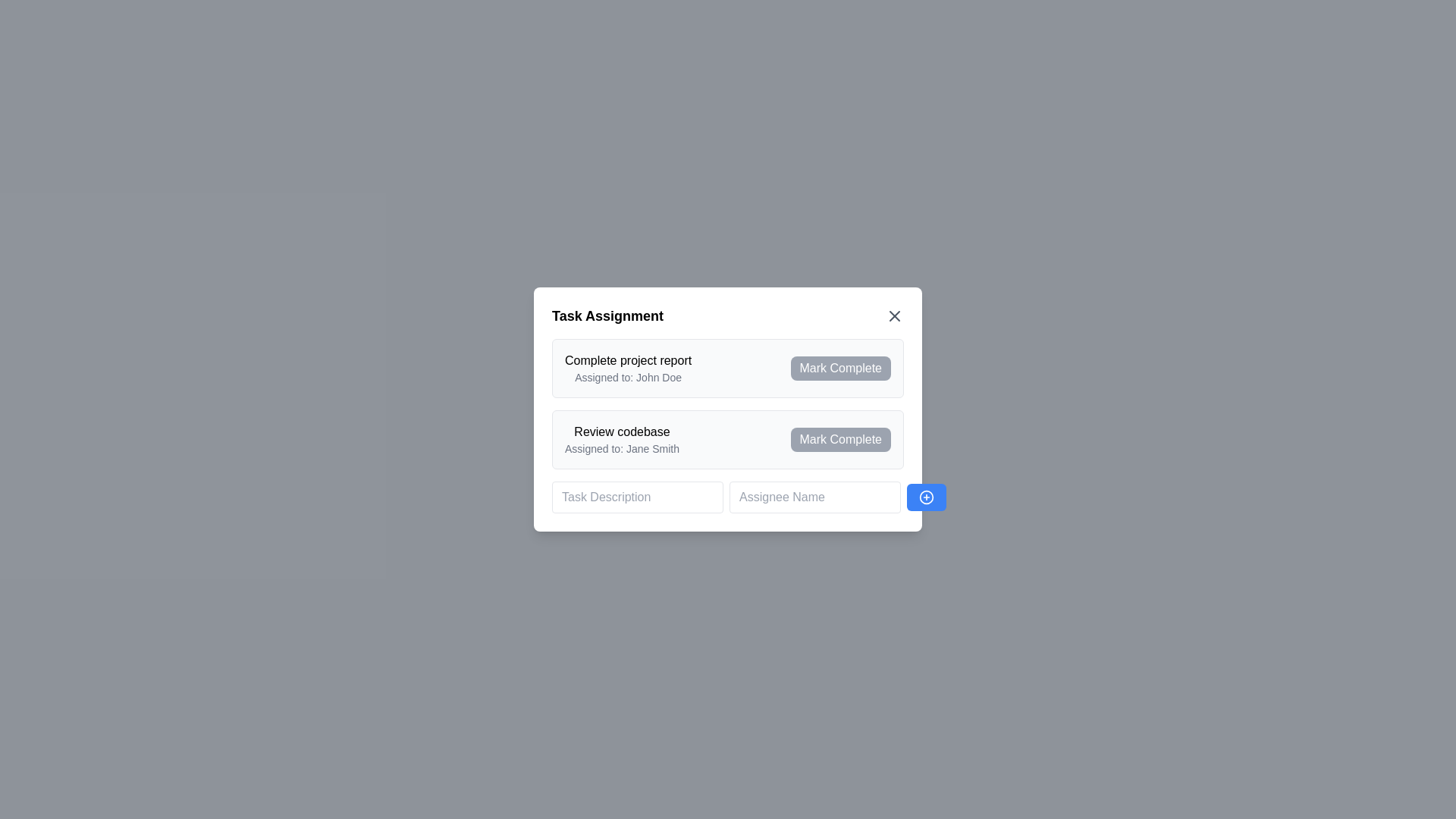 The width and height of the screenshot is (1456, 819). Describe the element at coordinates (895, 315) in the screenshot. I see `the close button located at the top-right corner of the 'Task Assignment' modal` at that location.